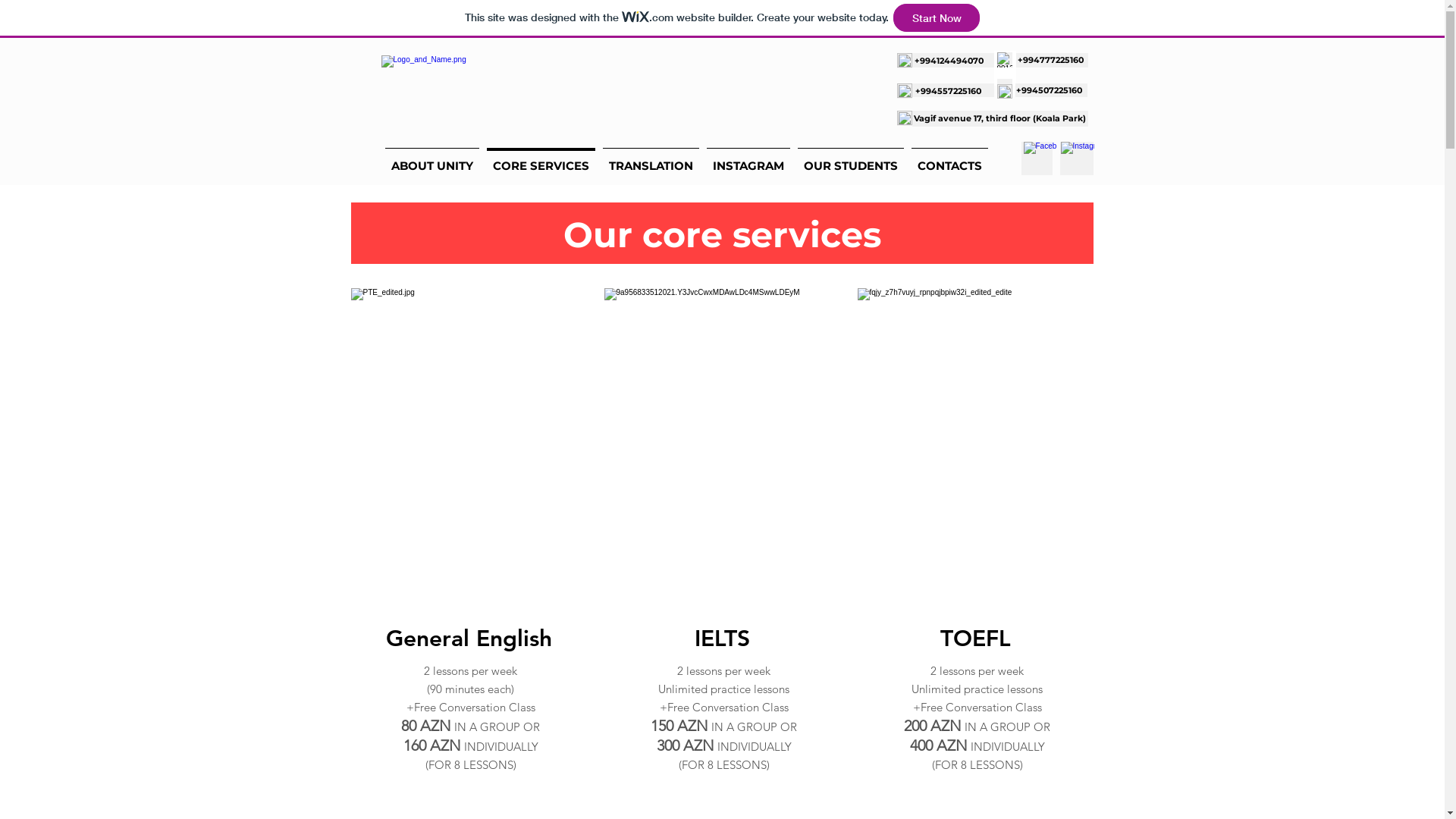 Image resolution: width=1456 pixels, height=819 pixels. What do you see at coordinates (598, 158) in the screenshot?
I see `'TRANSLATION'` at bounding box center [598, 158].